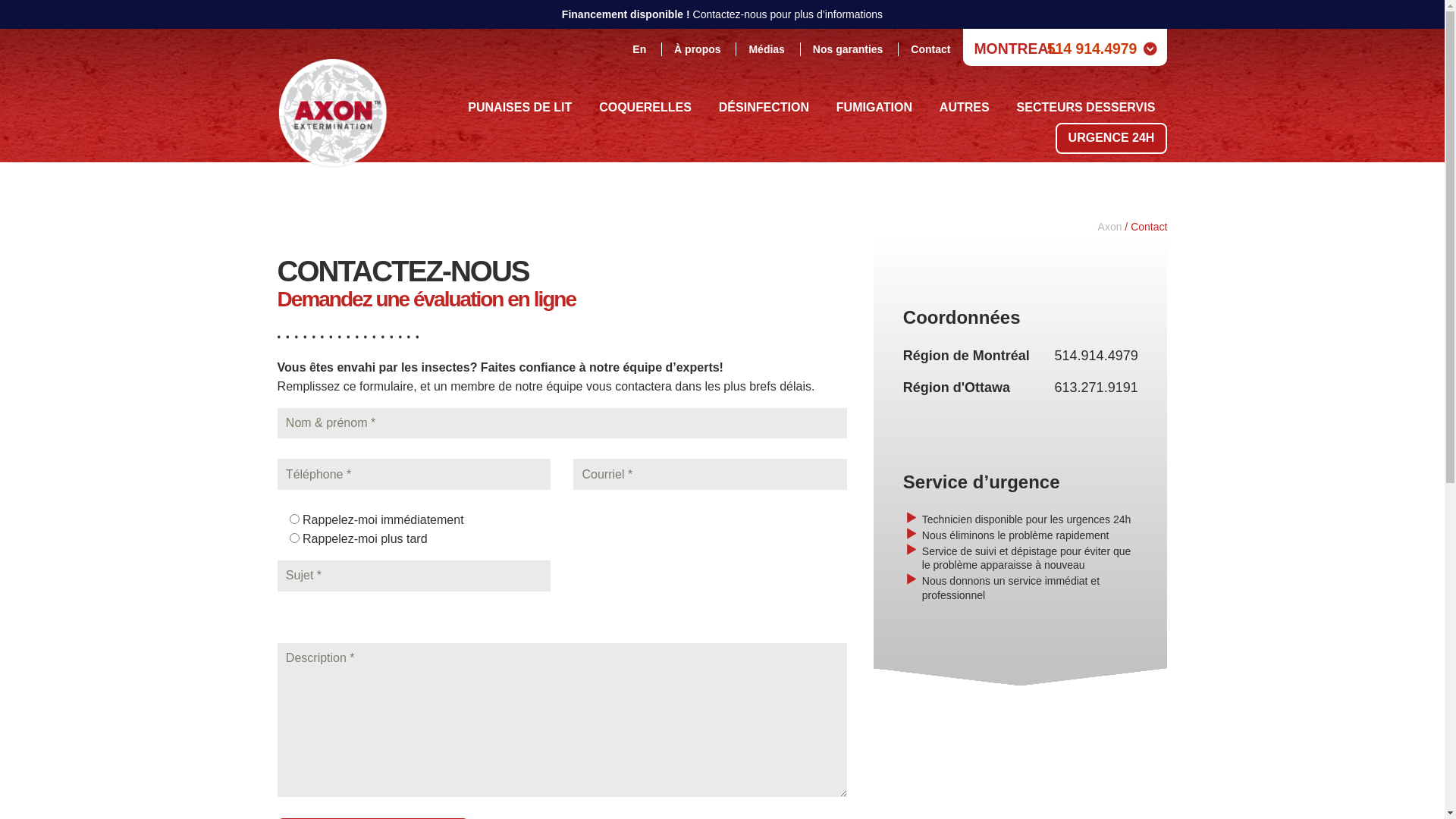 The height and width of the screenshot is (819, 1456). What do you see at coordinates (1110, 227) in the screenshot?
I see `'Axon'` at bounding box center [1110, 227].